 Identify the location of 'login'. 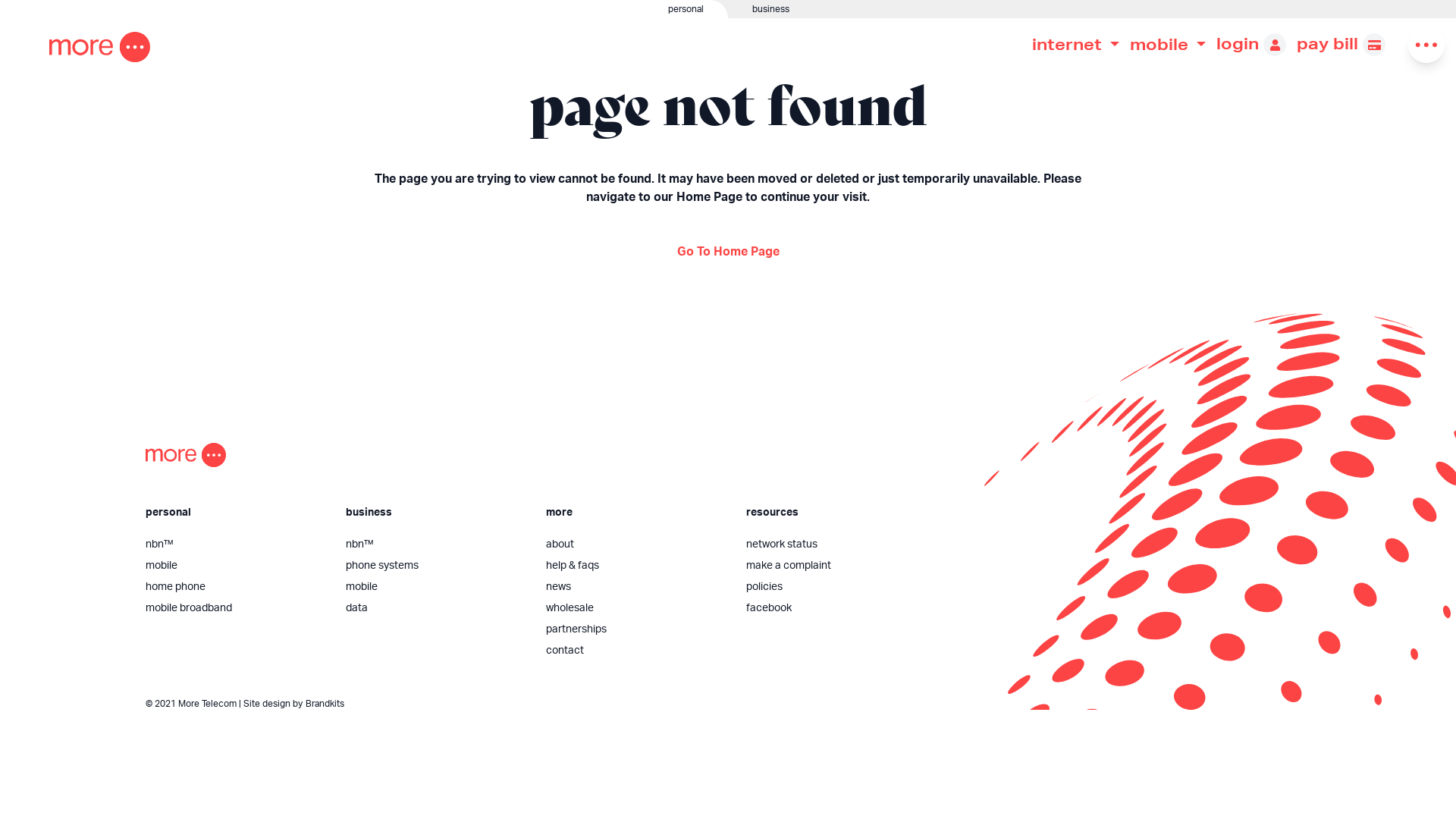
(1251, 42).